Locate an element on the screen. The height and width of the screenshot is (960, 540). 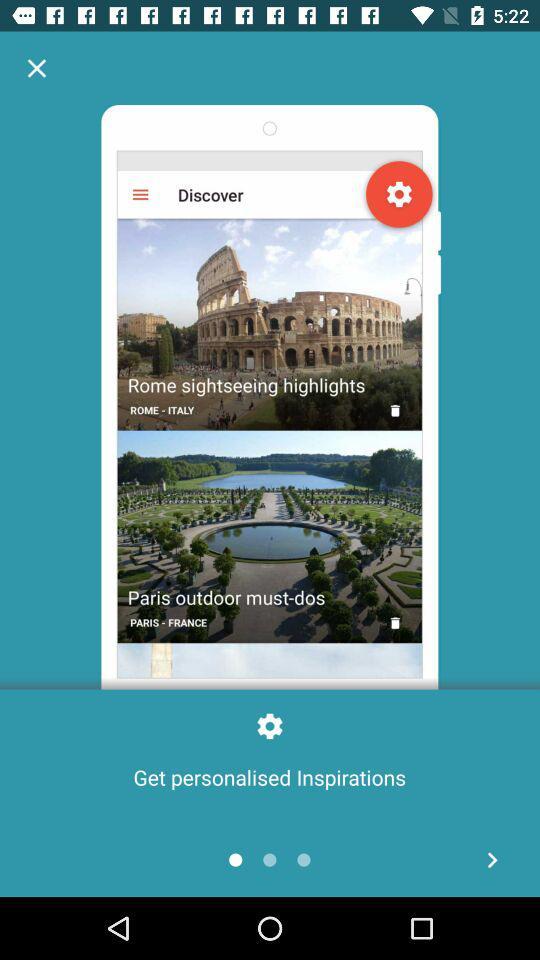
next is located at coordinates (491, 859).